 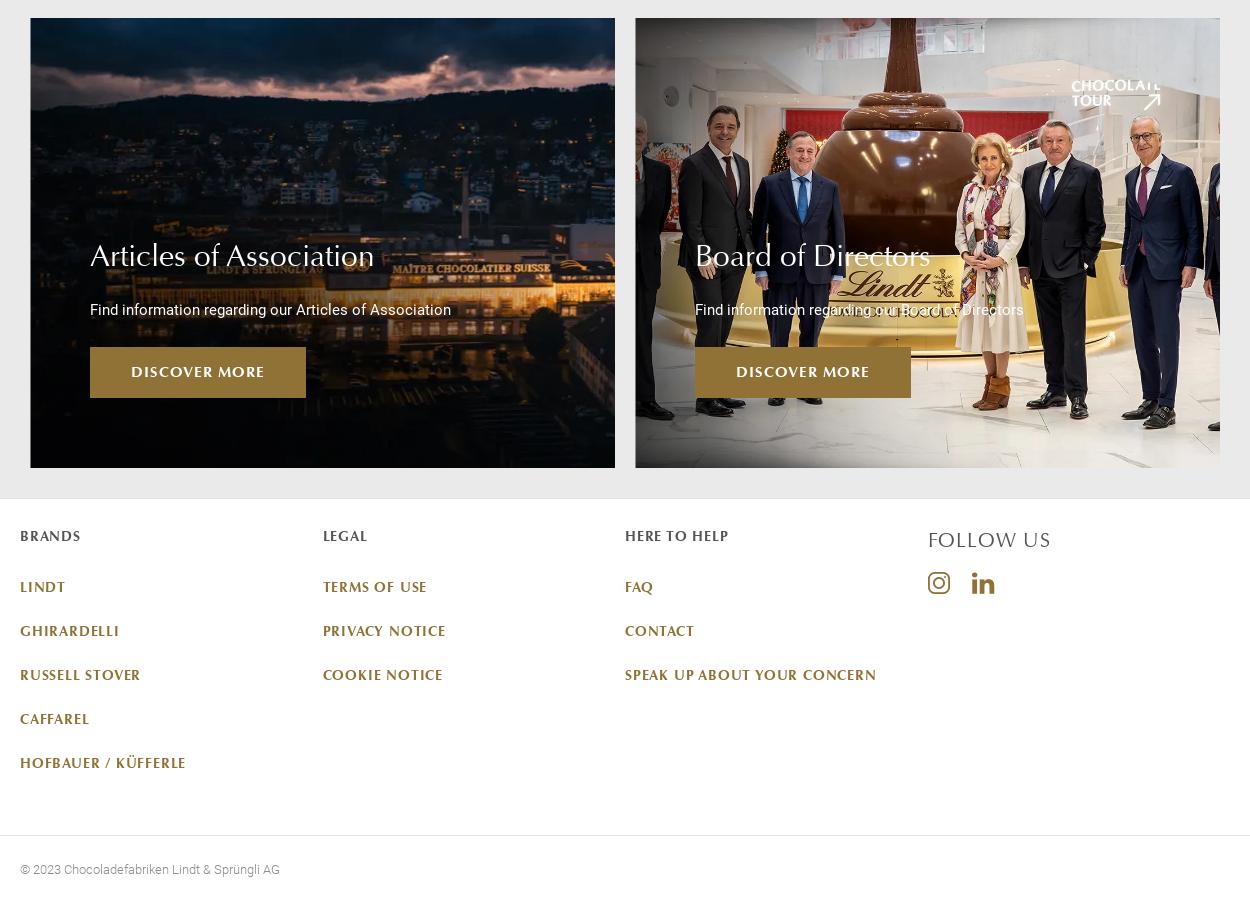 I want to click on 'PRIVACY NOTICE', so click(x=383, y=629).